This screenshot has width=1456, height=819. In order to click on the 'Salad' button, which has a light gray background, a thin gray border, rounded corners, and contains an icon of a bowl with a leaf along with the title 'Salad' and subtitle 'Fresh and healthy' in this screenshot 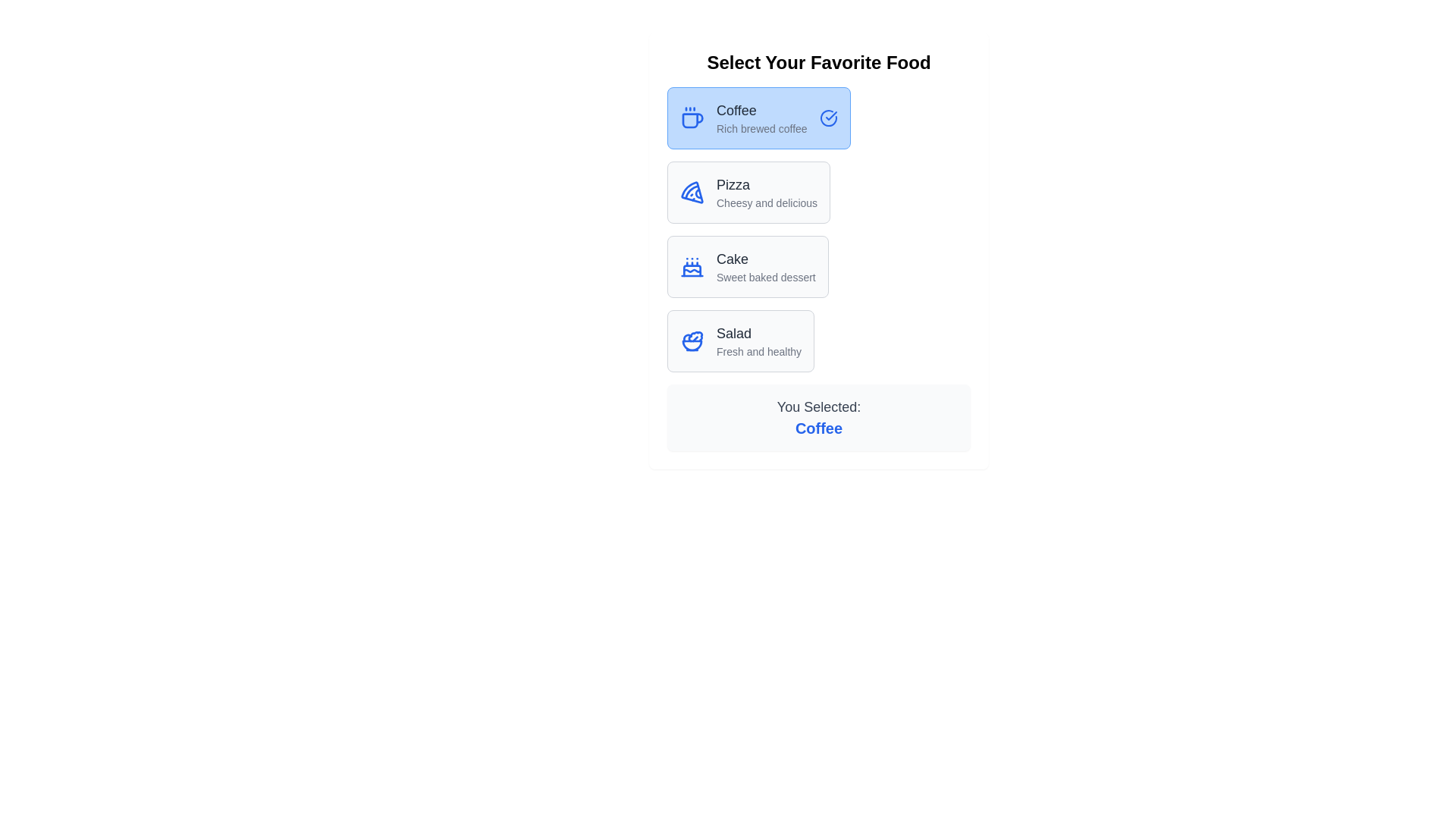, I will do `click(741, 341)`.